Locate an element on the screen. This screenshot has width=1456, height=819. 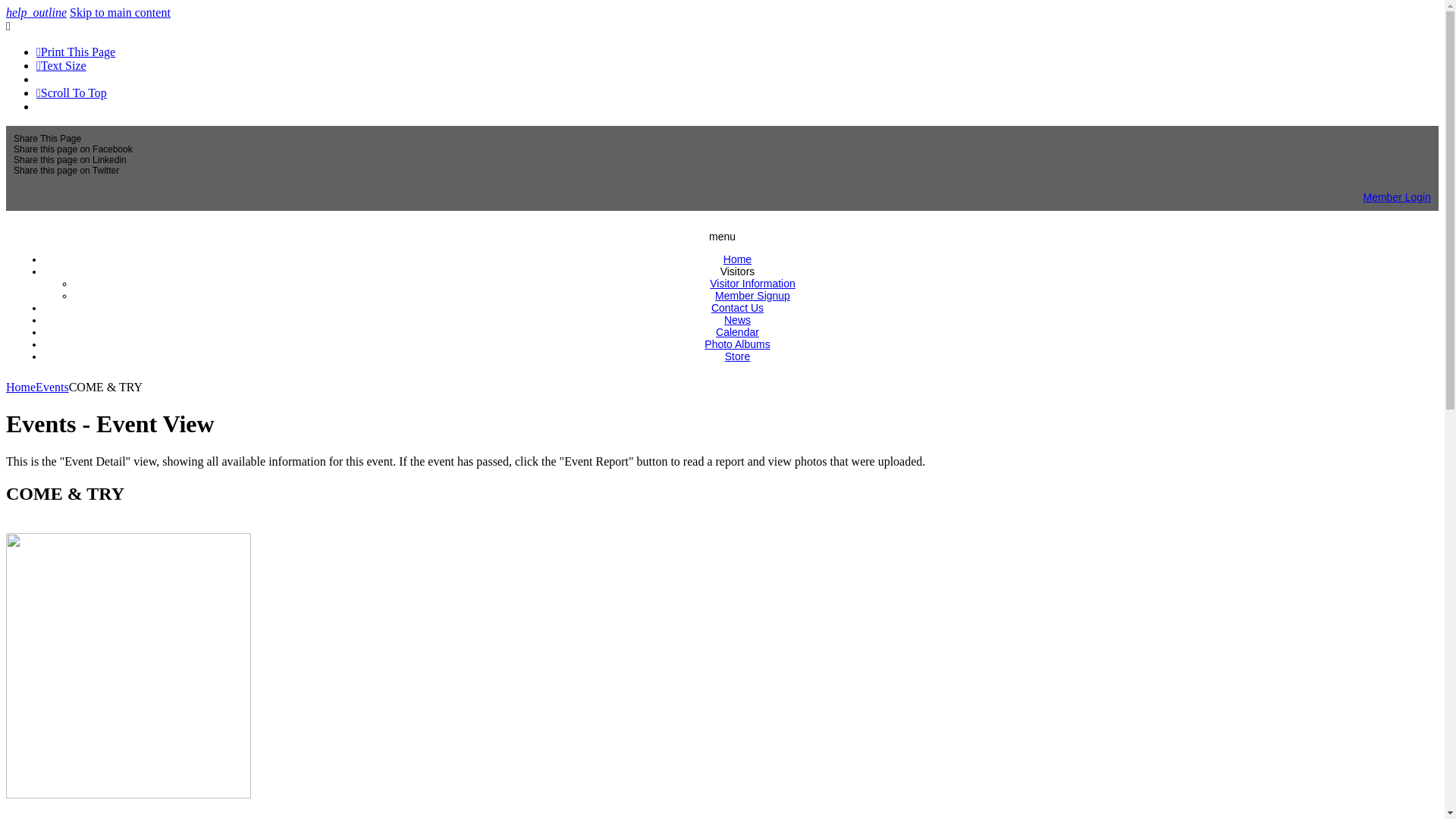
'Events' is located at coordinates (52, 386).